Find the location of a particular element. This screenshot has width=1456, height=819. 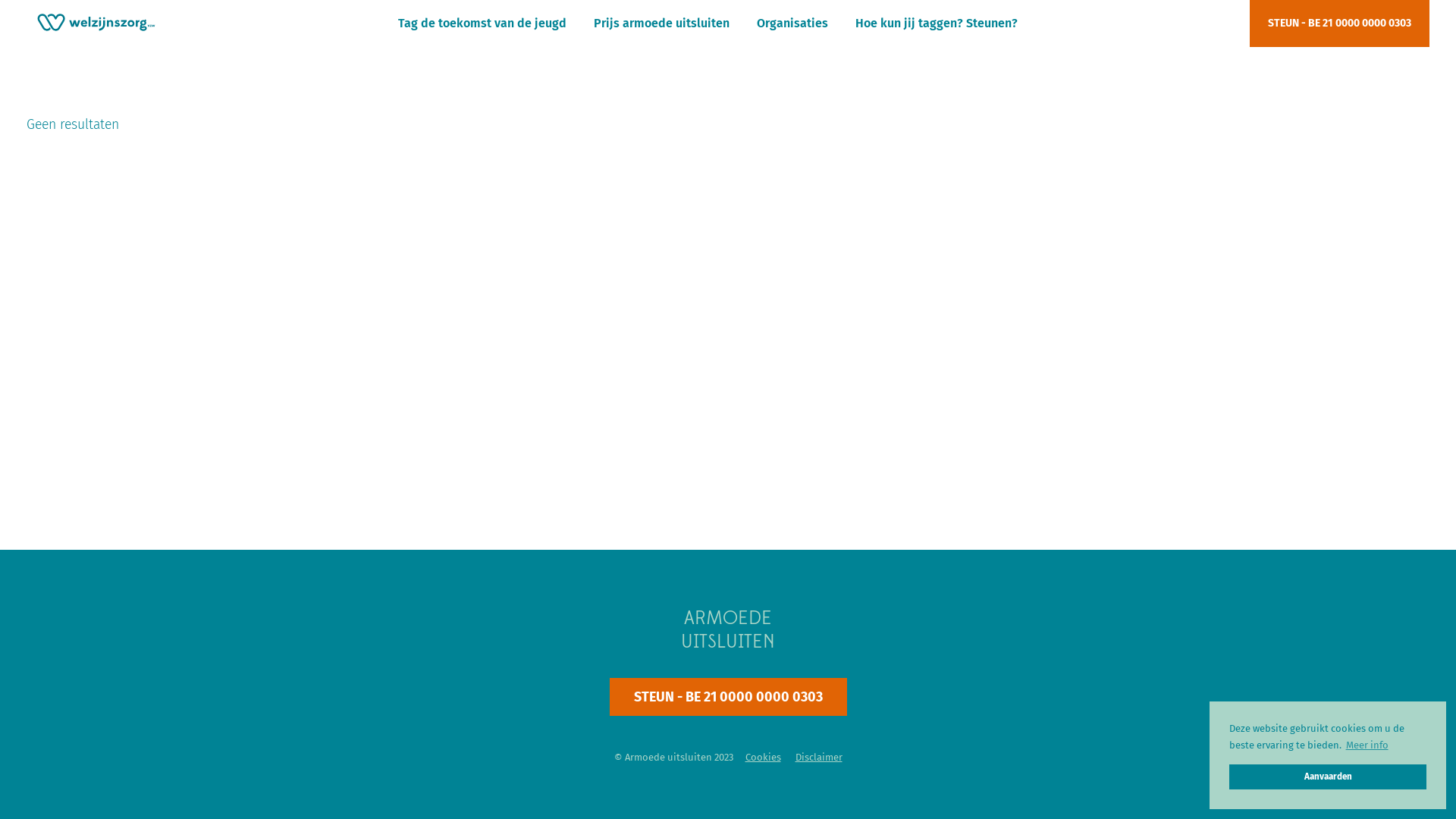

'STEUN - BE 21 0000 0000 0303' is located at coordinates (1339, 23).